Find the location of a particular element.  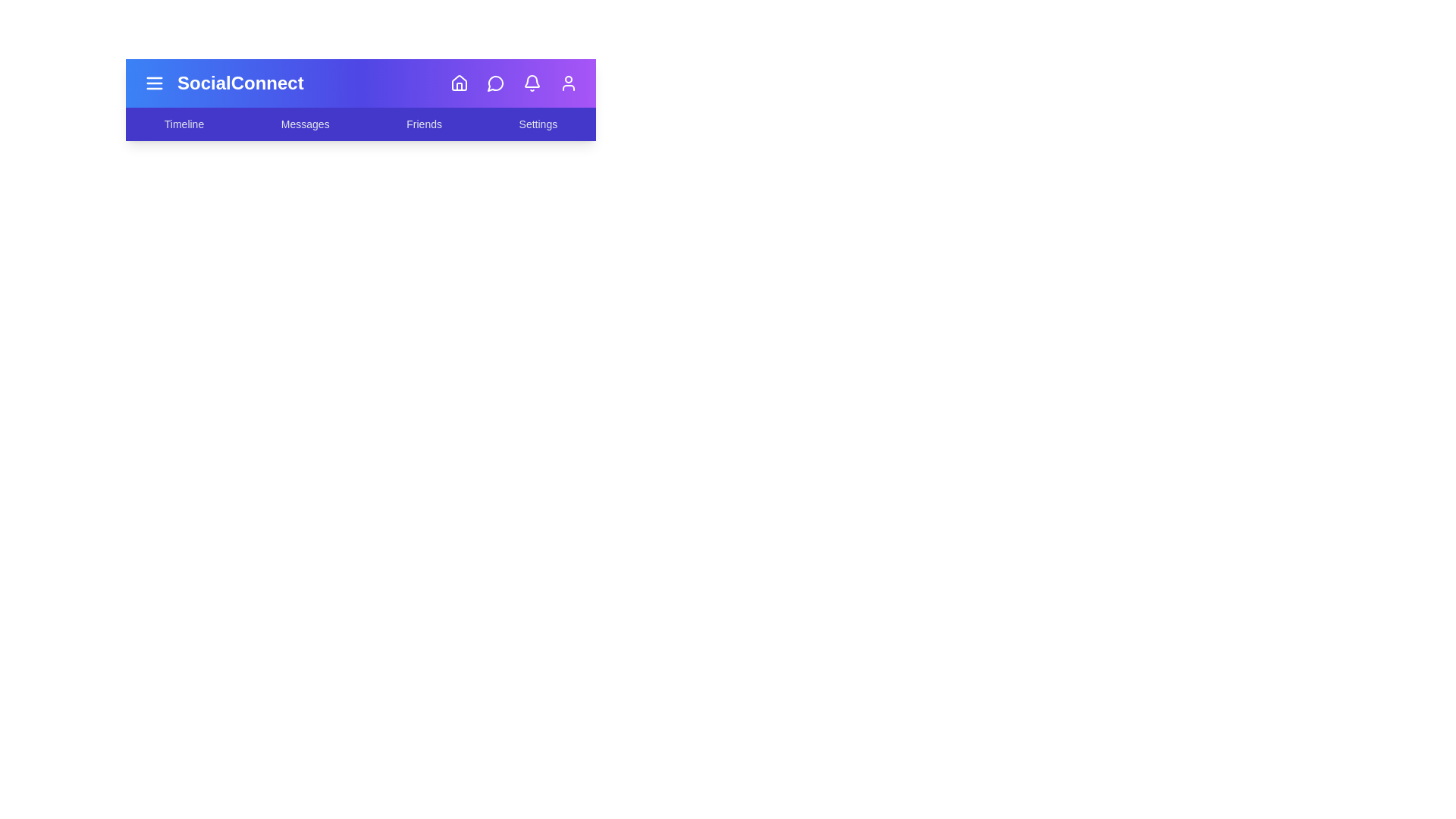

the Home icon in the navigation bar to navigate to its respective section is located at coordinates (458, 83).